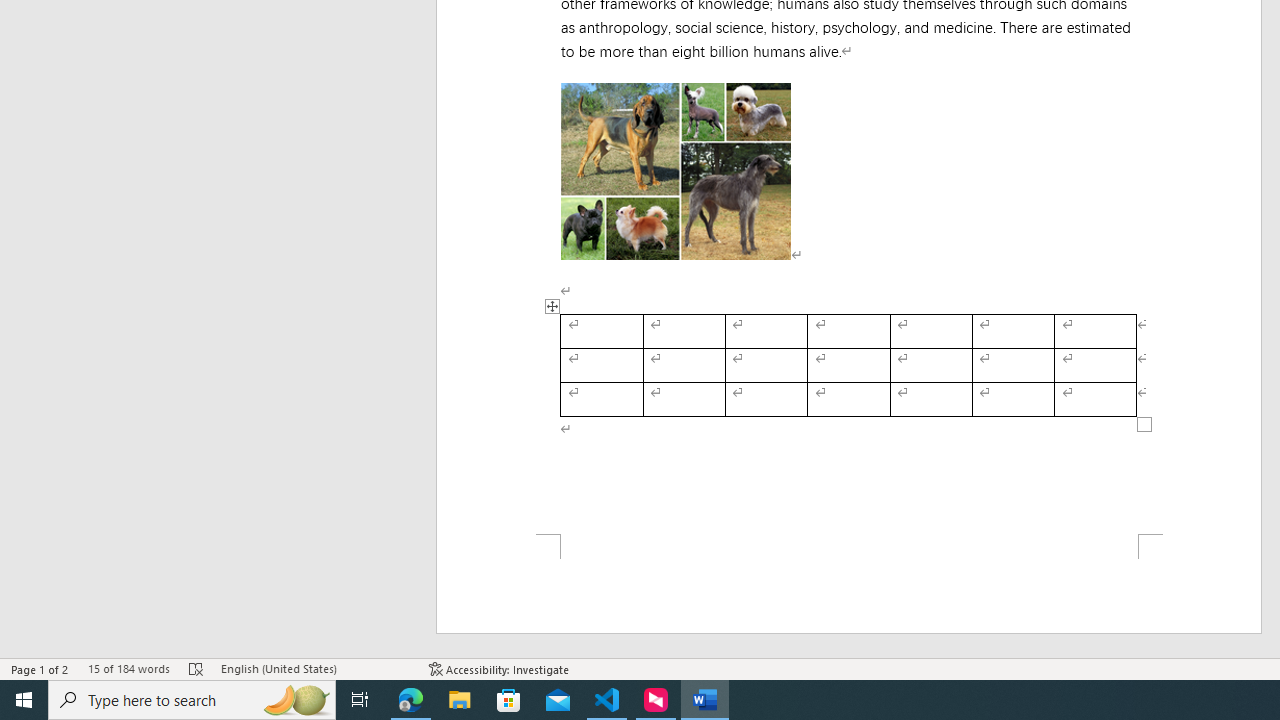 The width and height of the screenshot is (1280, 720). I want to click on 'Word Count 15 of 184 words', so click(127, 669).